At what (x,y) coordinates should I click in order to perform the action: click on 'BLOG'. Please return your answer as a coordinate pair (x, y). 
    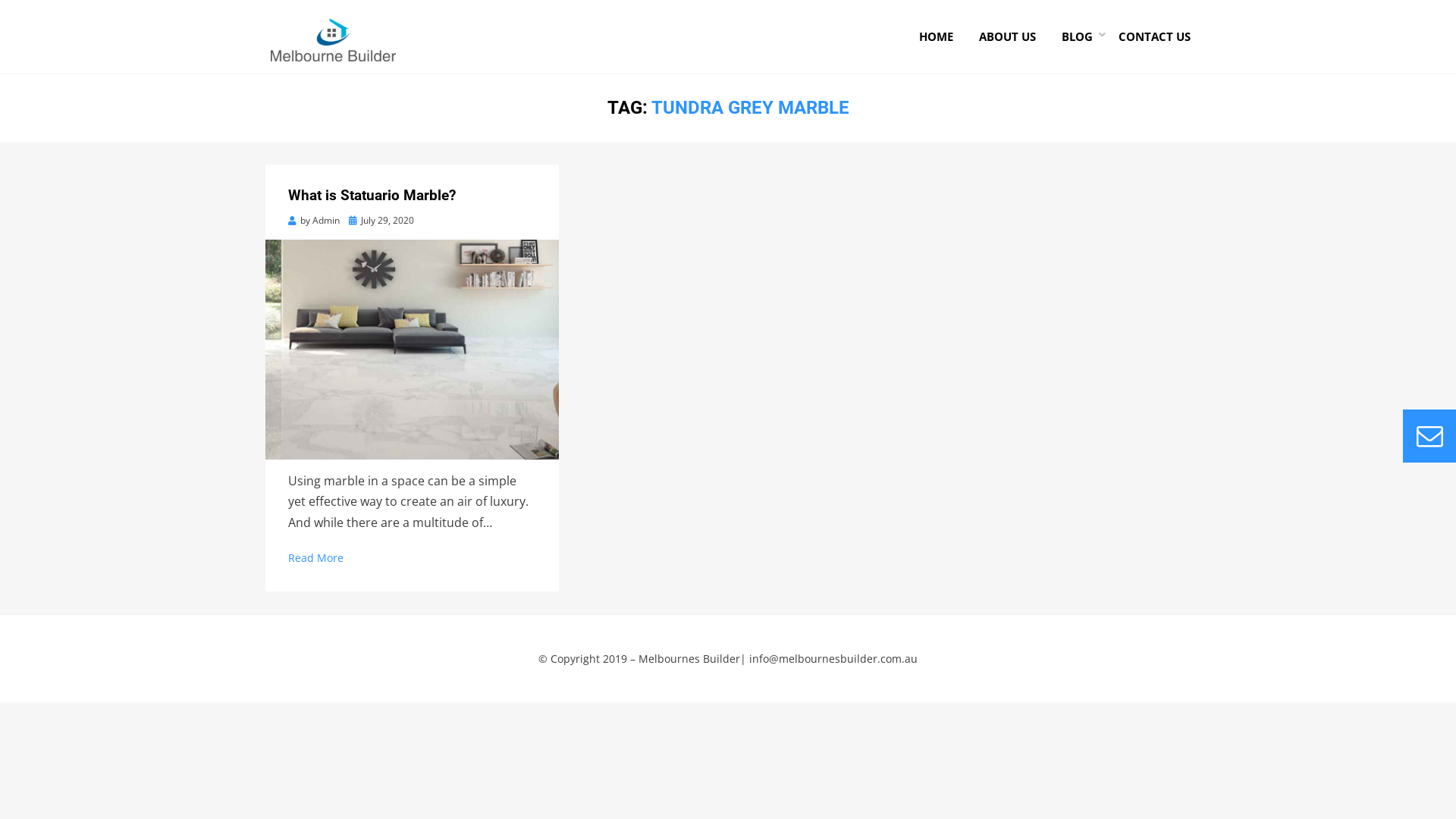
    Looking at the image, I should click on (1076, 36).